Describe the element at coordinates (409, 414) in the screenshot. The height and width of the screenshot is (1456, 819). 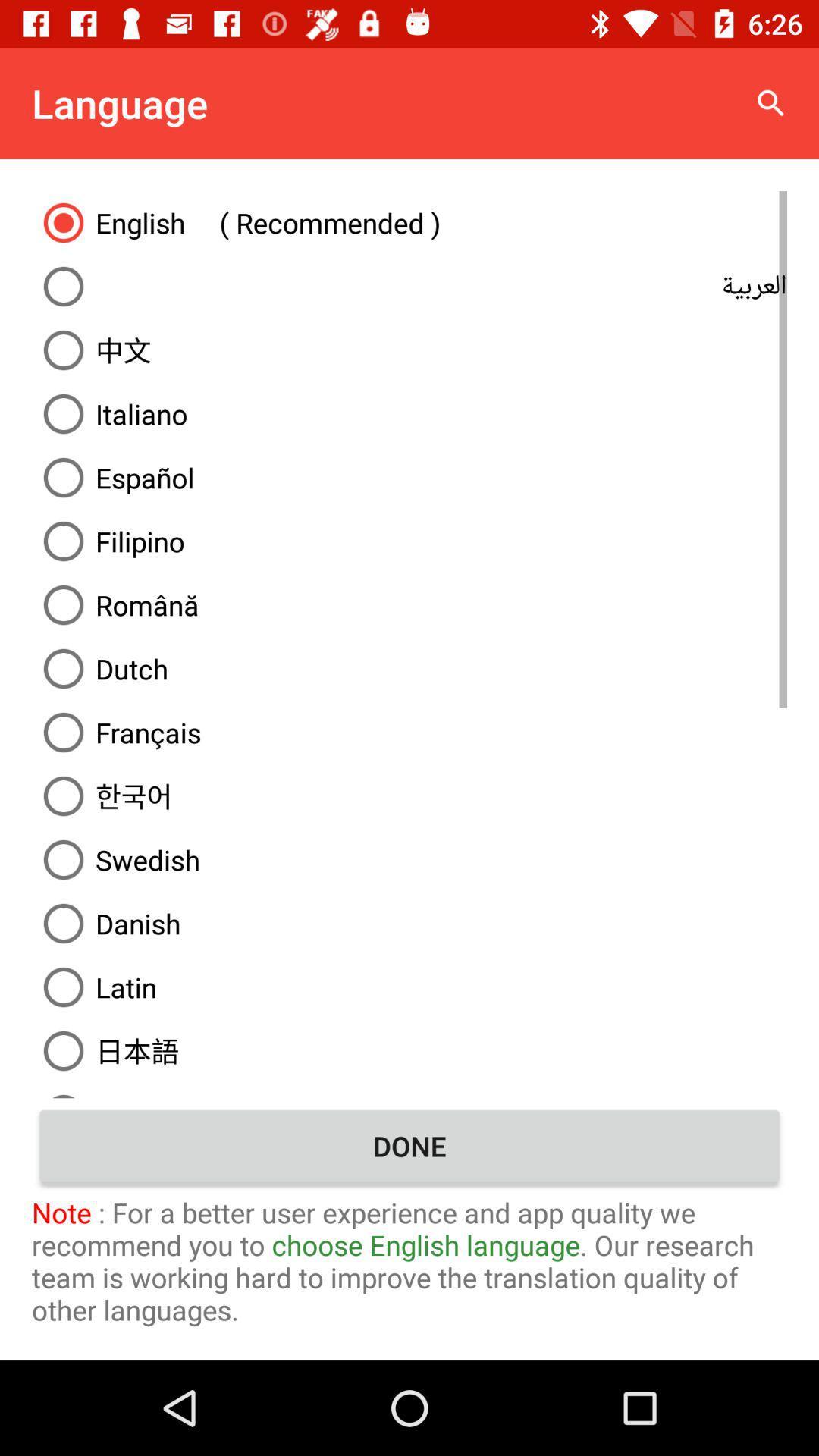
I see `the italiano icon` at that location.